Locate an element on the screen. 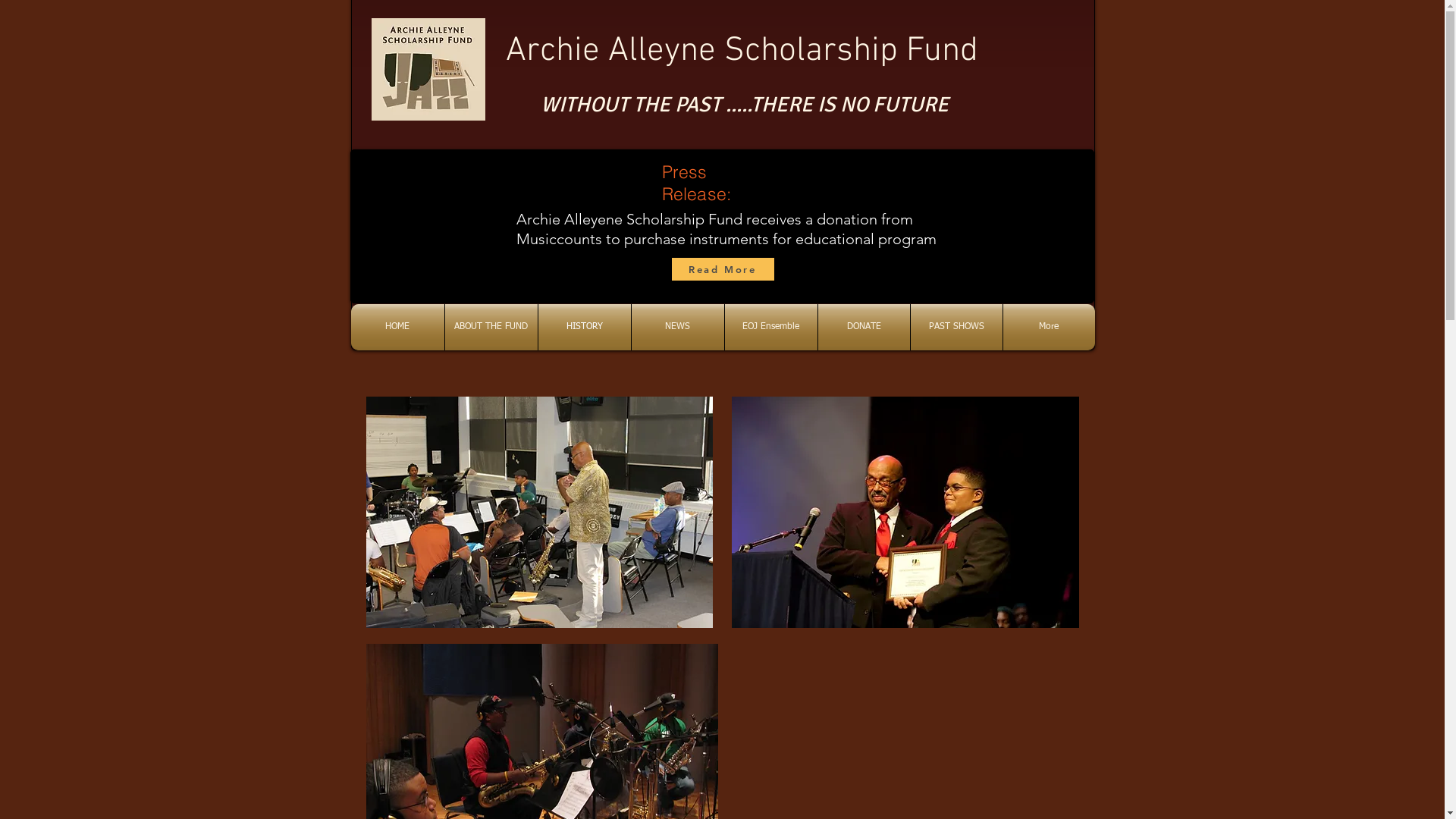 Image resolution: width=1456 pixels, height=819 pixels. 'DONATE' is located at coordinates (817, 326).